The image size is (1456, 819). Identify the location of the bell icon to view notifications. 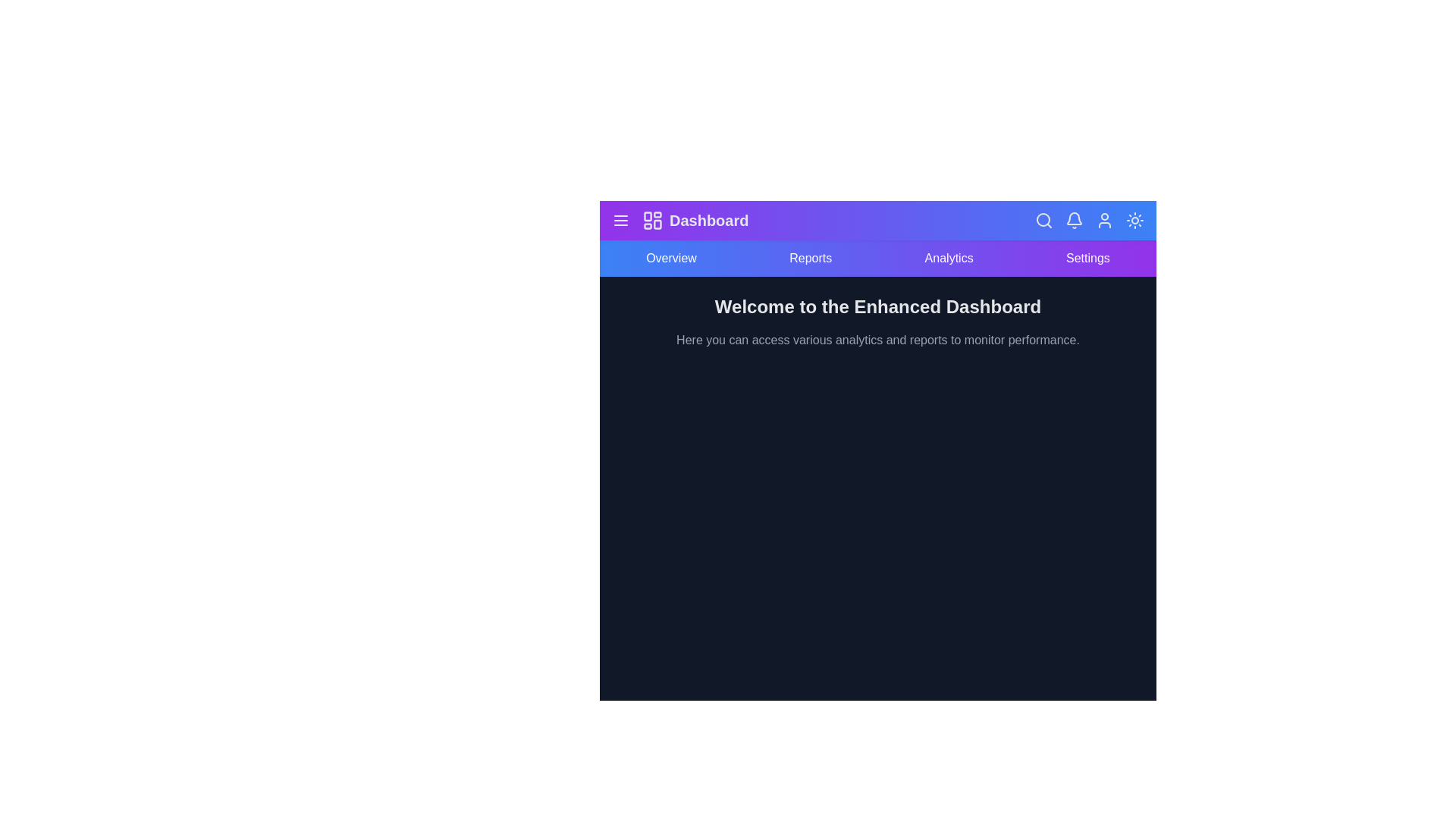
(1073, 220).